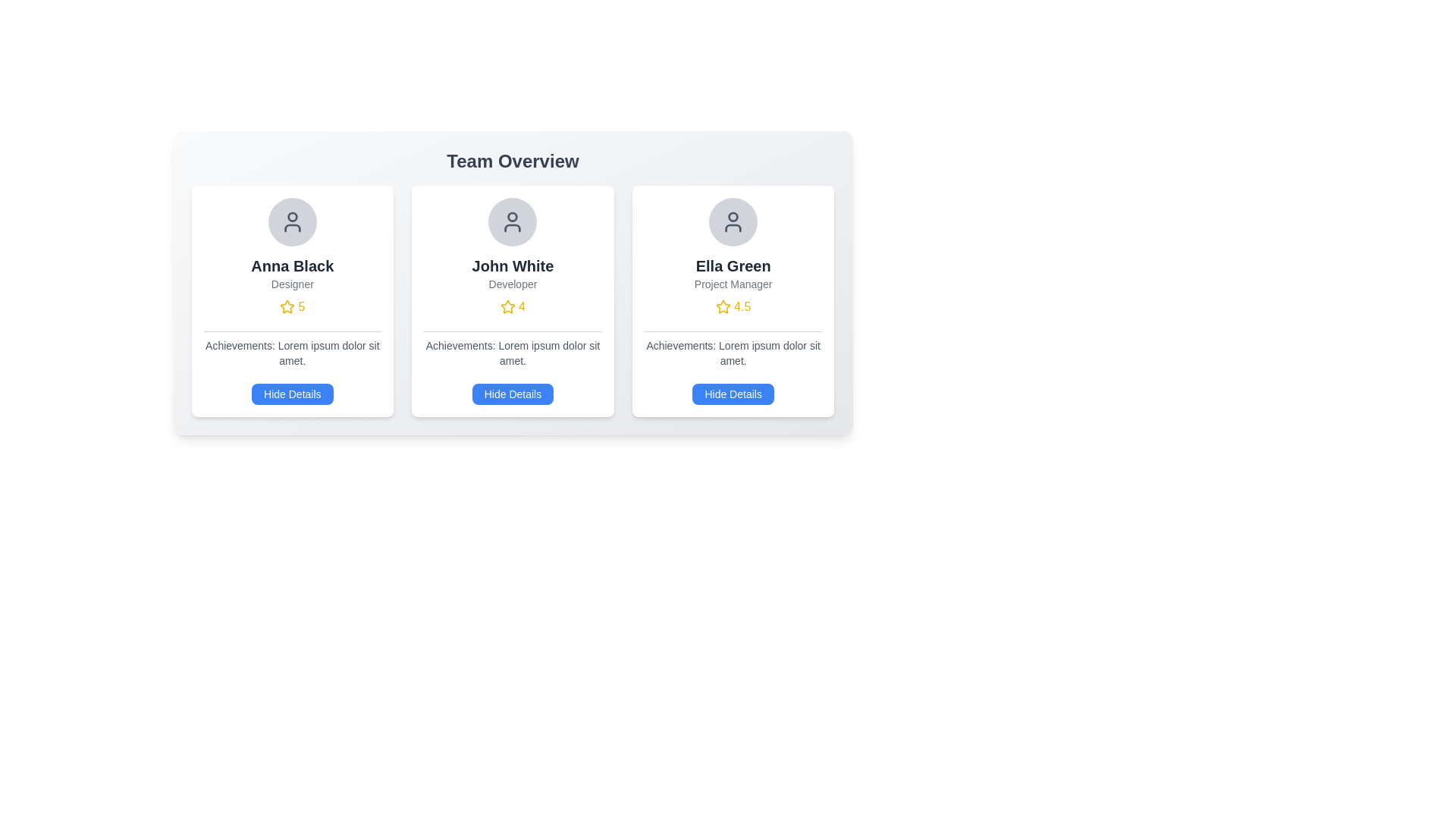 The image size is (1456, 819). I want to click on the Rating Indicator, which features a yellow star icon and the number '4', located in the 'John White' profile card below the role title 'Developer', so click(513, 307).